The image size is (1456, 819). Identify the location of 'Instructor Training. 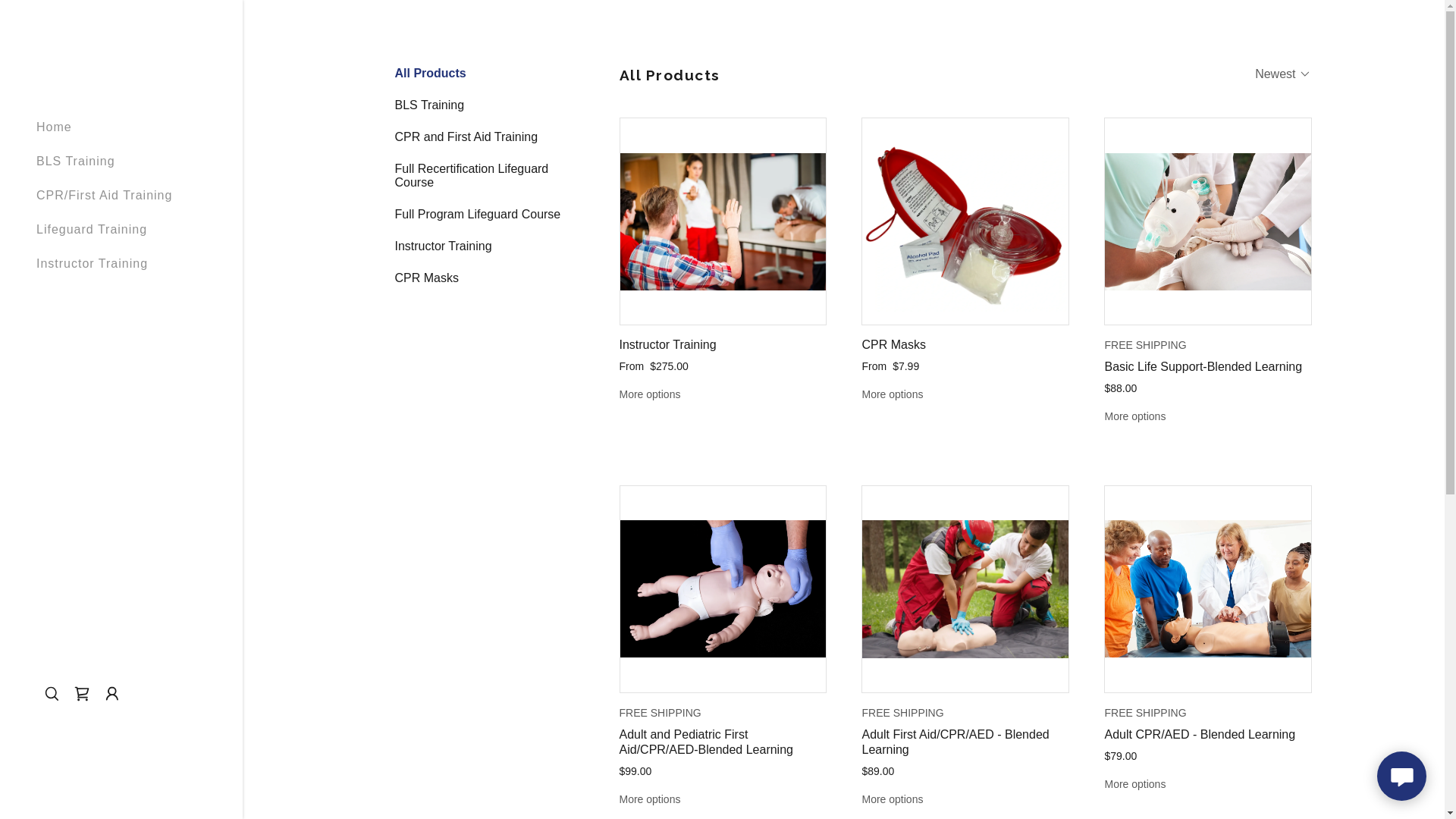
(720, 259).